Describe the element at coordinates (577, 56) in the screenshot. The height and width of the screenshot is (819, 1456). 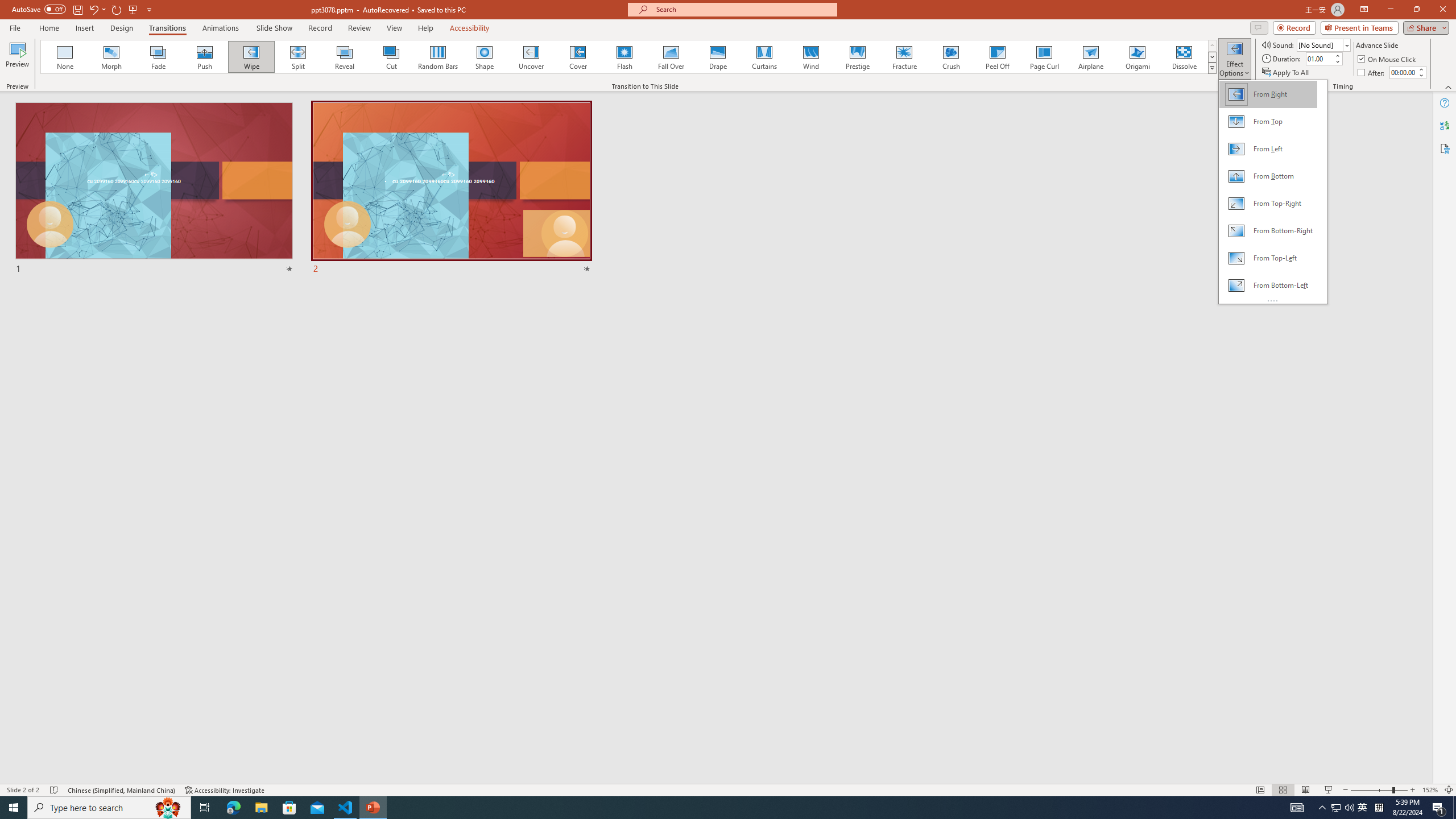
I see `'Cover'` at that location.